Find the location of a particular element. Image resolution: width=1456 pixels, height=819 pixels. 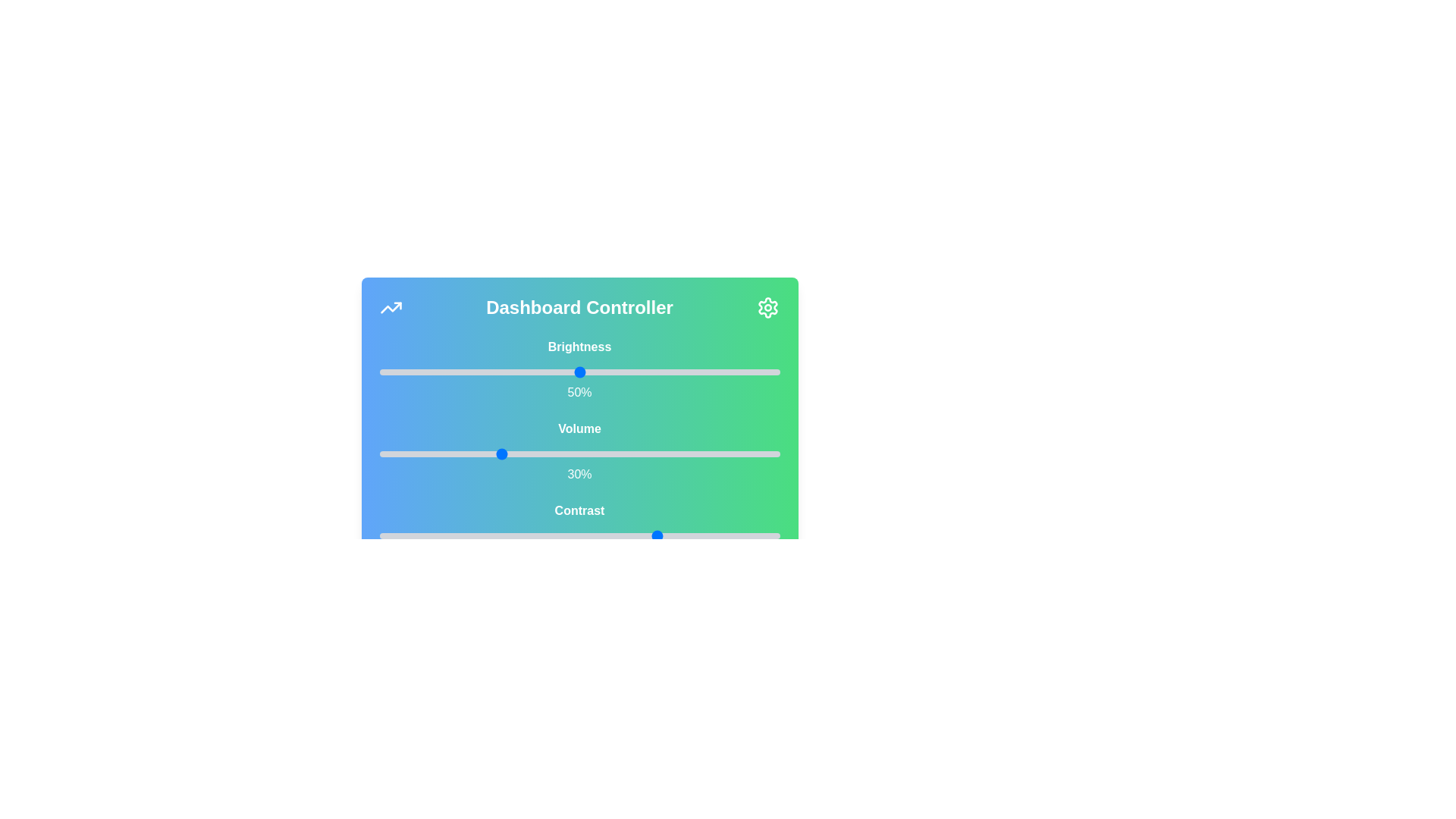

the volume slider to 26% is located at coordinates (482, 453).